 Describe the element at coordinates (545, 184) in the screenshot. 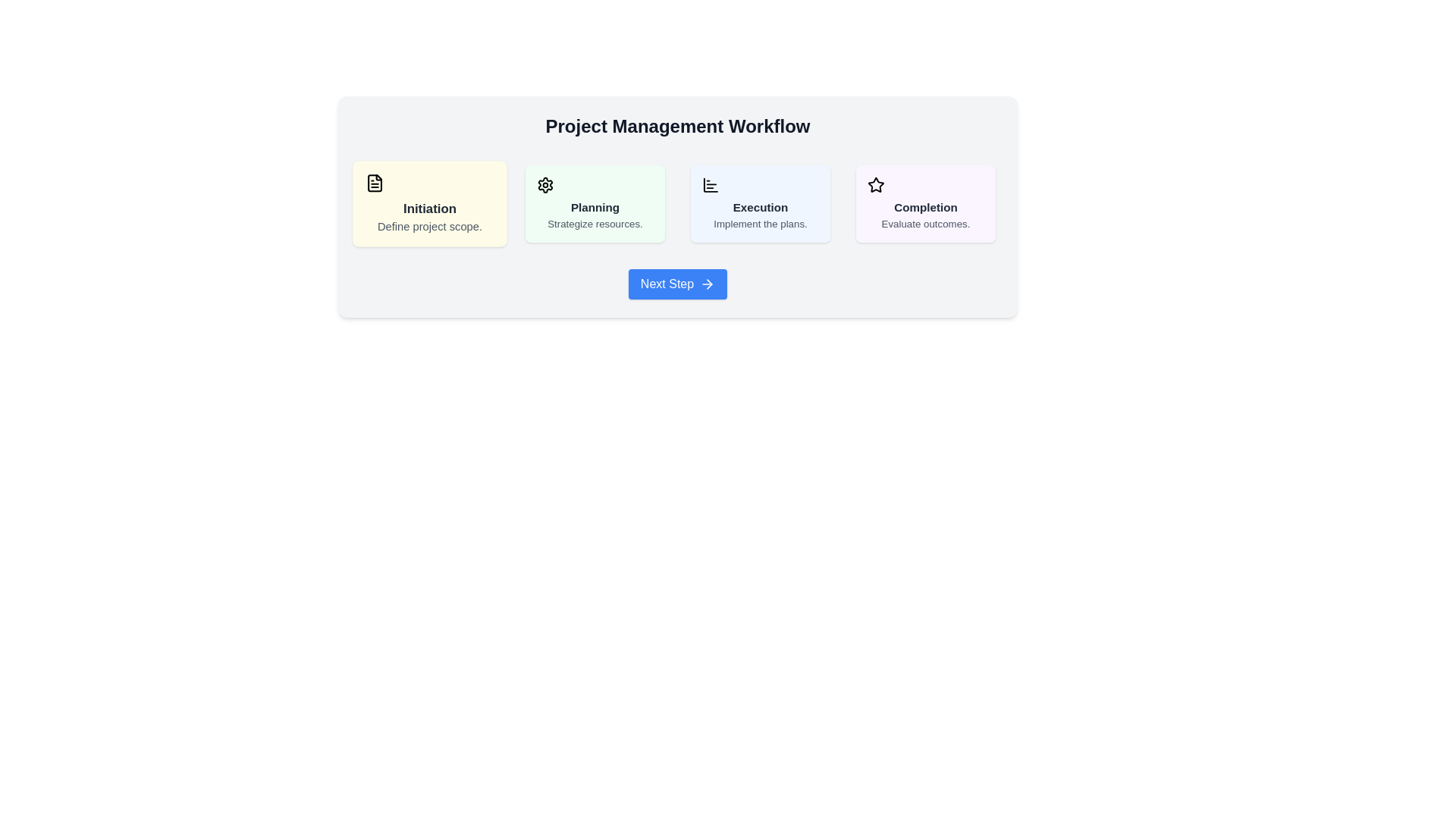

I see `the gear icon representing the settings functionality within the light green card labeled 'Planning'` at that location.